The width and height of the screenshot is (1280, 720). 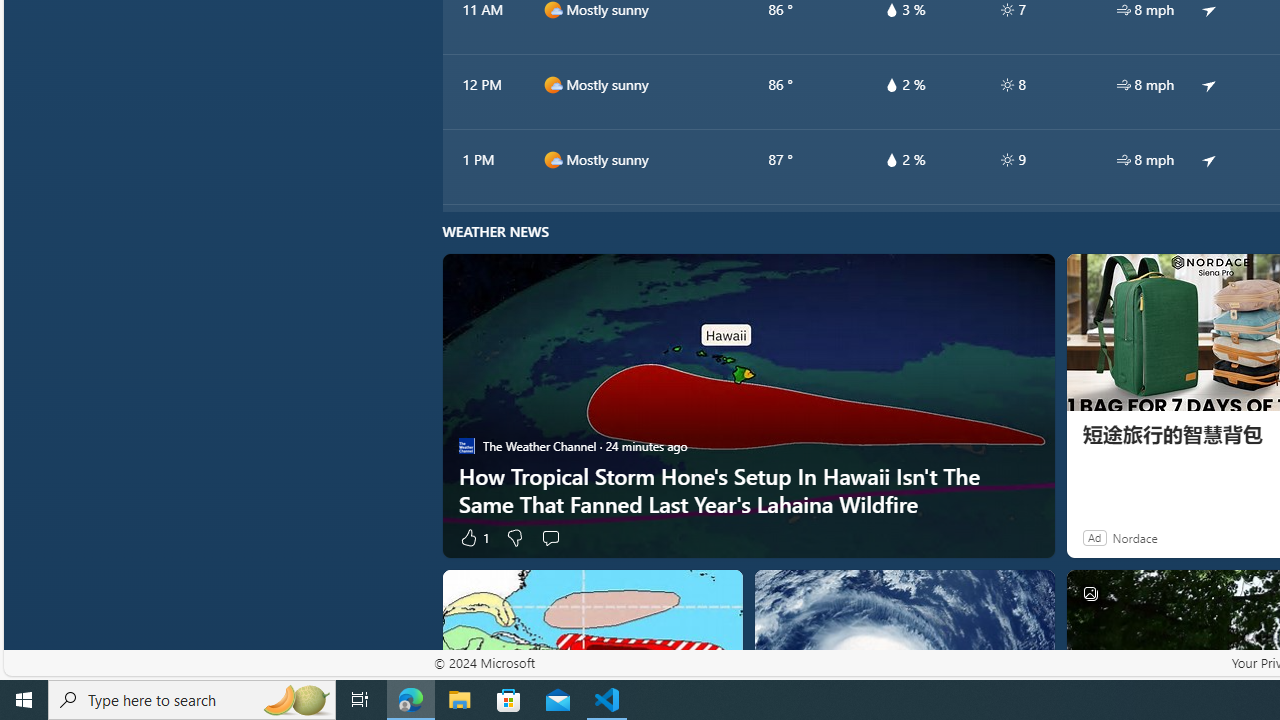 What do you see at coordinates (465, 445) in the screenshot?
I see `'The Weather Channel'` at bounding box center [465, 445].